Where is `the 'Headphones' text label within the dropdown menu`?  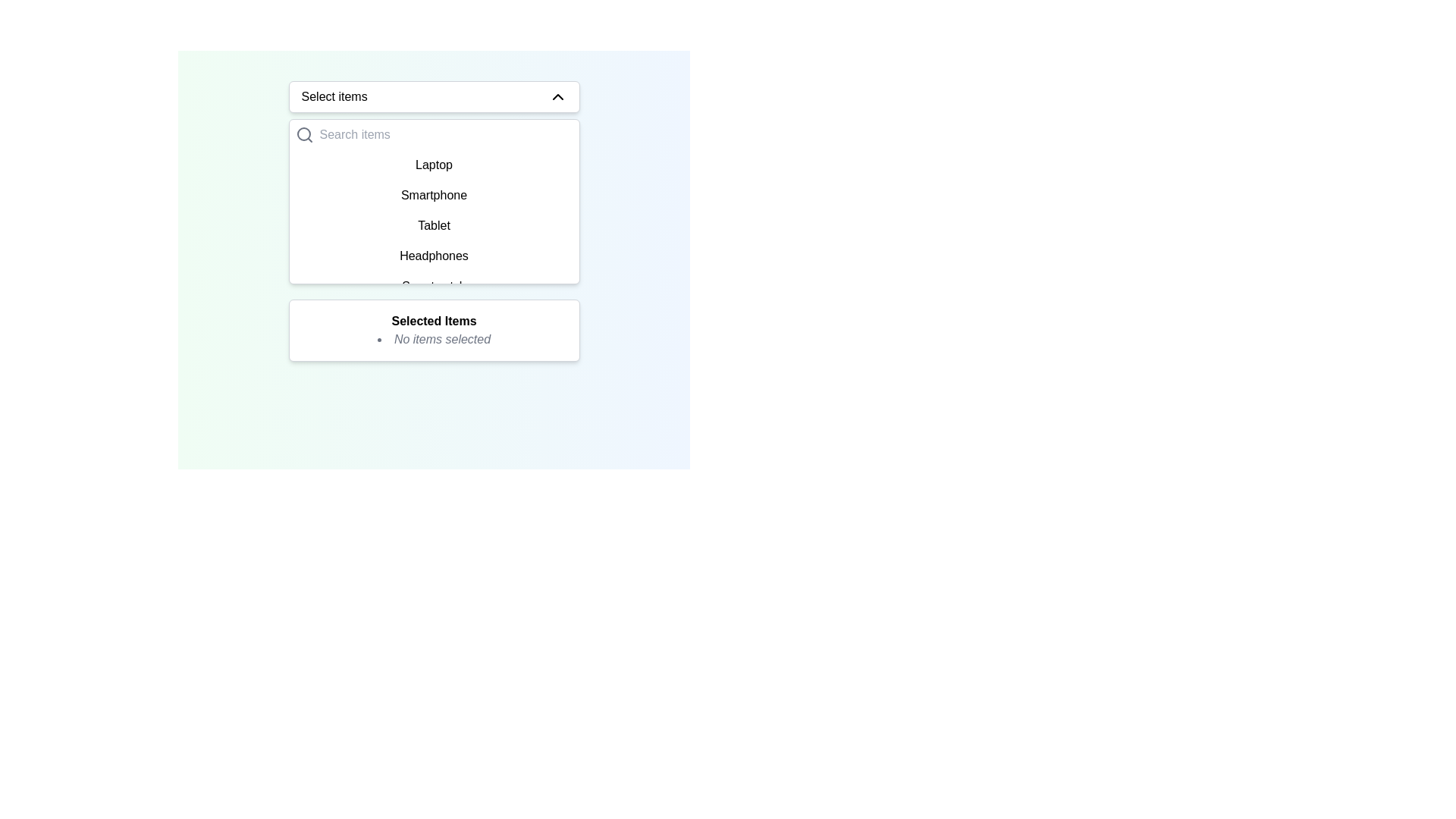
the 'Headphones' text label within the dropdown menu is located at coordinates (433, 256).